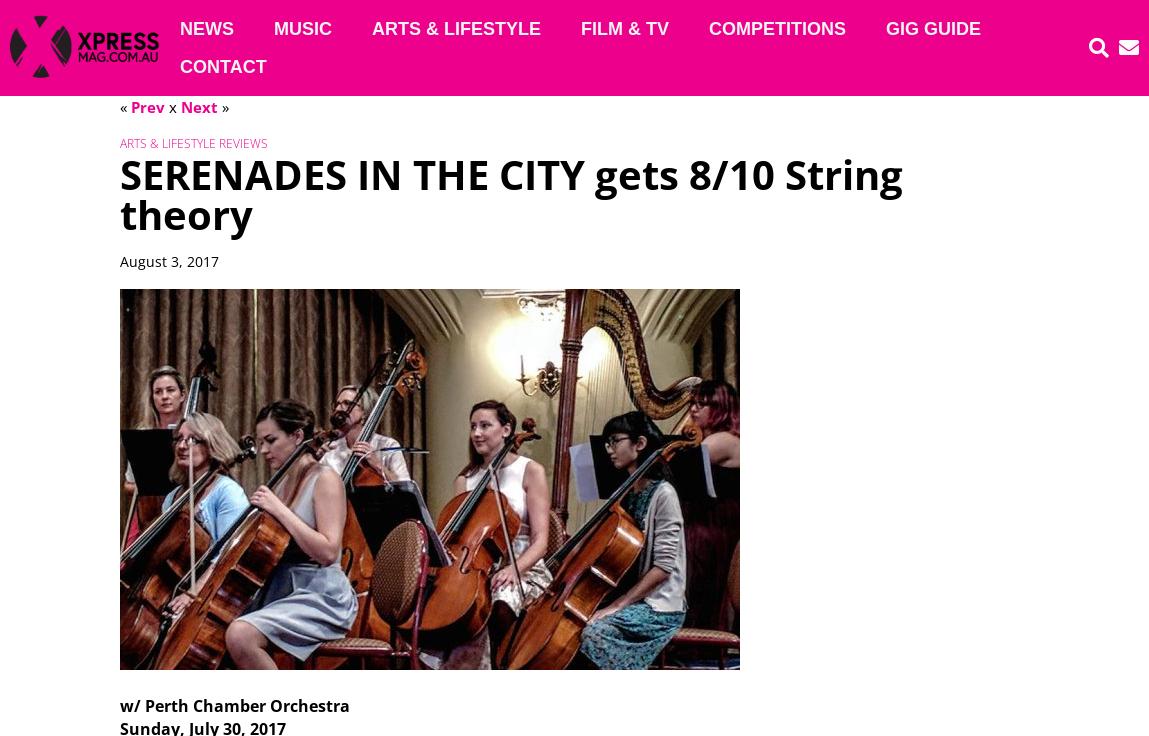 The image size is (1149, 736). I want to click on 'SERENADES IN THE CITY gets 8/10 String theory', so click(509, 193).